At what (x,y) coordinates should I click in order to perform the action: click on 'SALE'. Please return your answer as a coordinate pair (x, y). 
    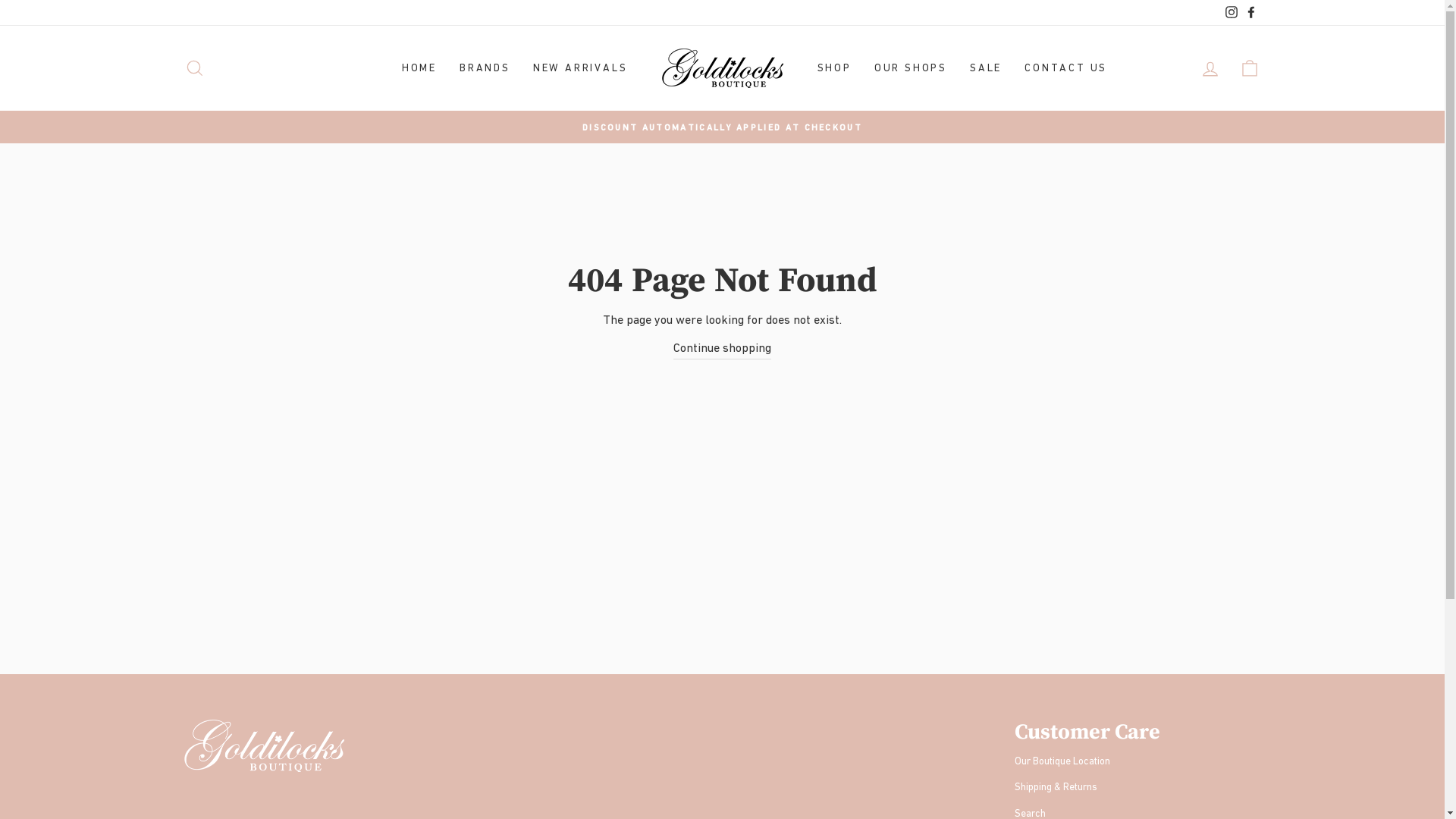
    Looking at the image, I should click on (986, 68).